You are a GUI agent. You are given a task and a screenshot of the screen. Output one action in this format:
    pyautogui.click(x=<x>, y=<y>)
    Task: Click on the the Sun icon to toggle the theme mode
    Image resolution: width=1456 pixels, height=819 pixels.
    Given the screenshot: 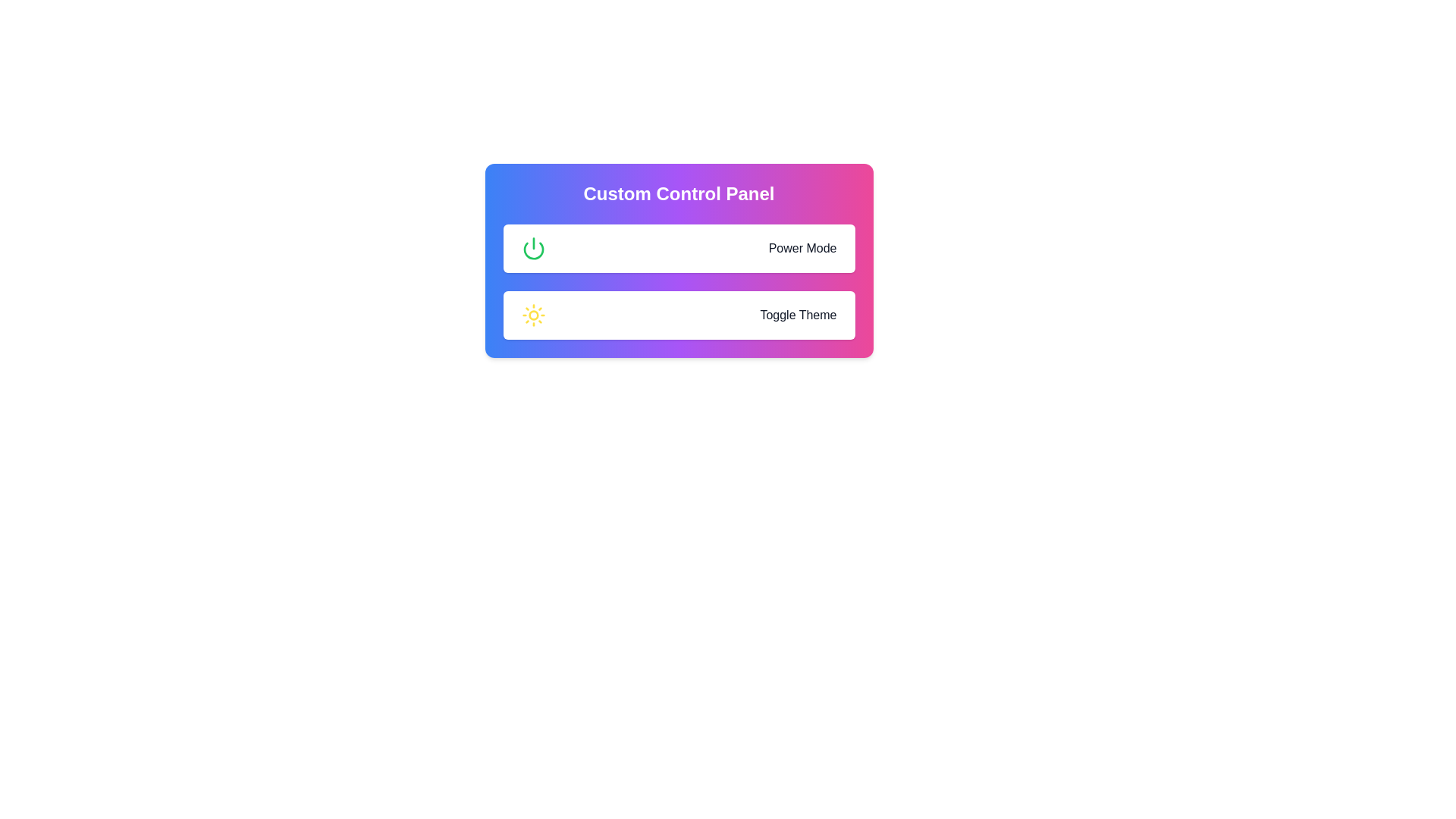 What is the action you would take?
    pyautogui.click(x=533, y=315)
    